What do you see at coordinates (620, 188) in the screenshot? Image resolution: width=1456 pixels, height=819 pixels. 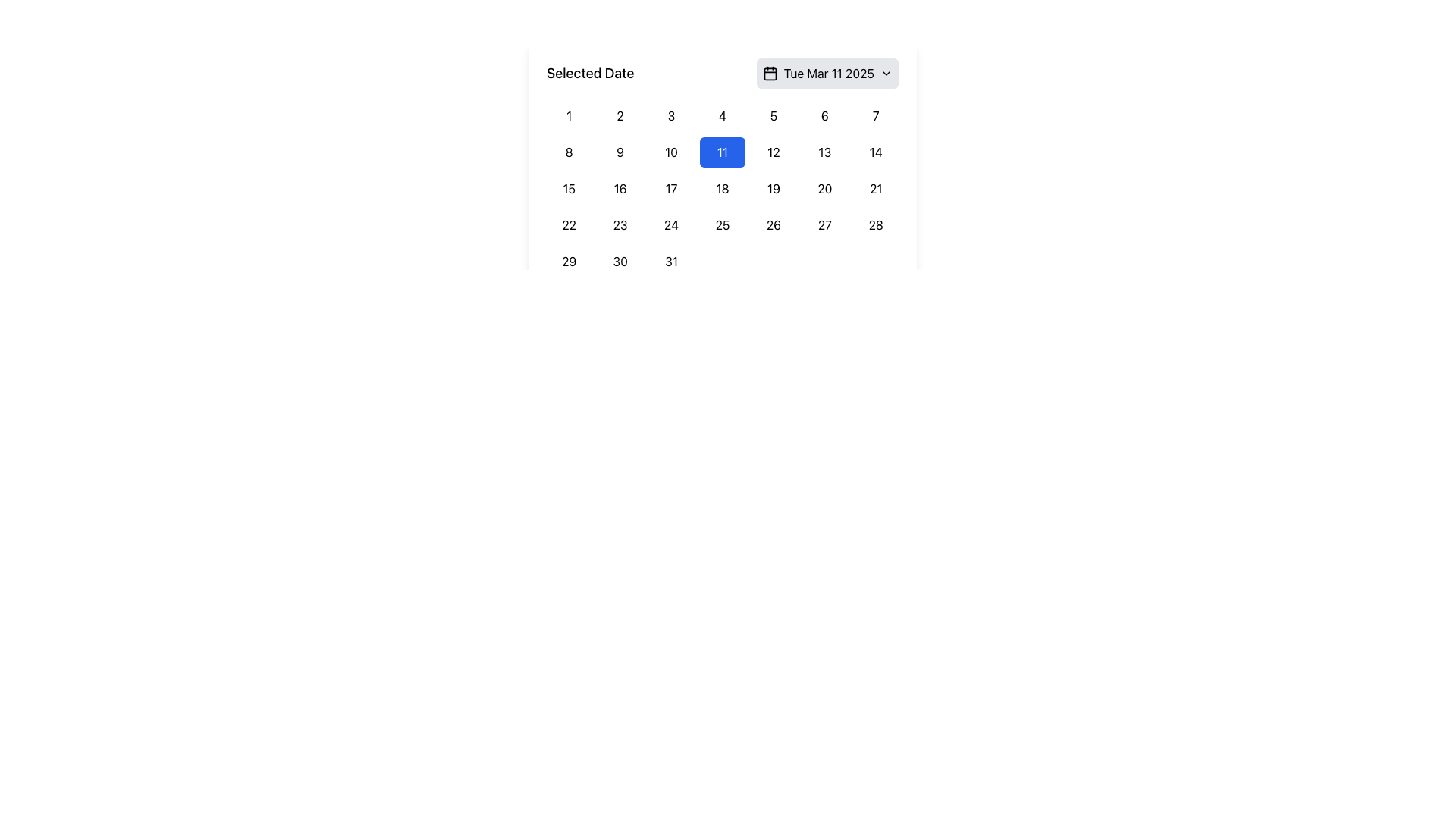 I see `the text element displaying the number '16' located in the second column of the third row of a grid layout representing a calendar` at bounding box center [620, 188].